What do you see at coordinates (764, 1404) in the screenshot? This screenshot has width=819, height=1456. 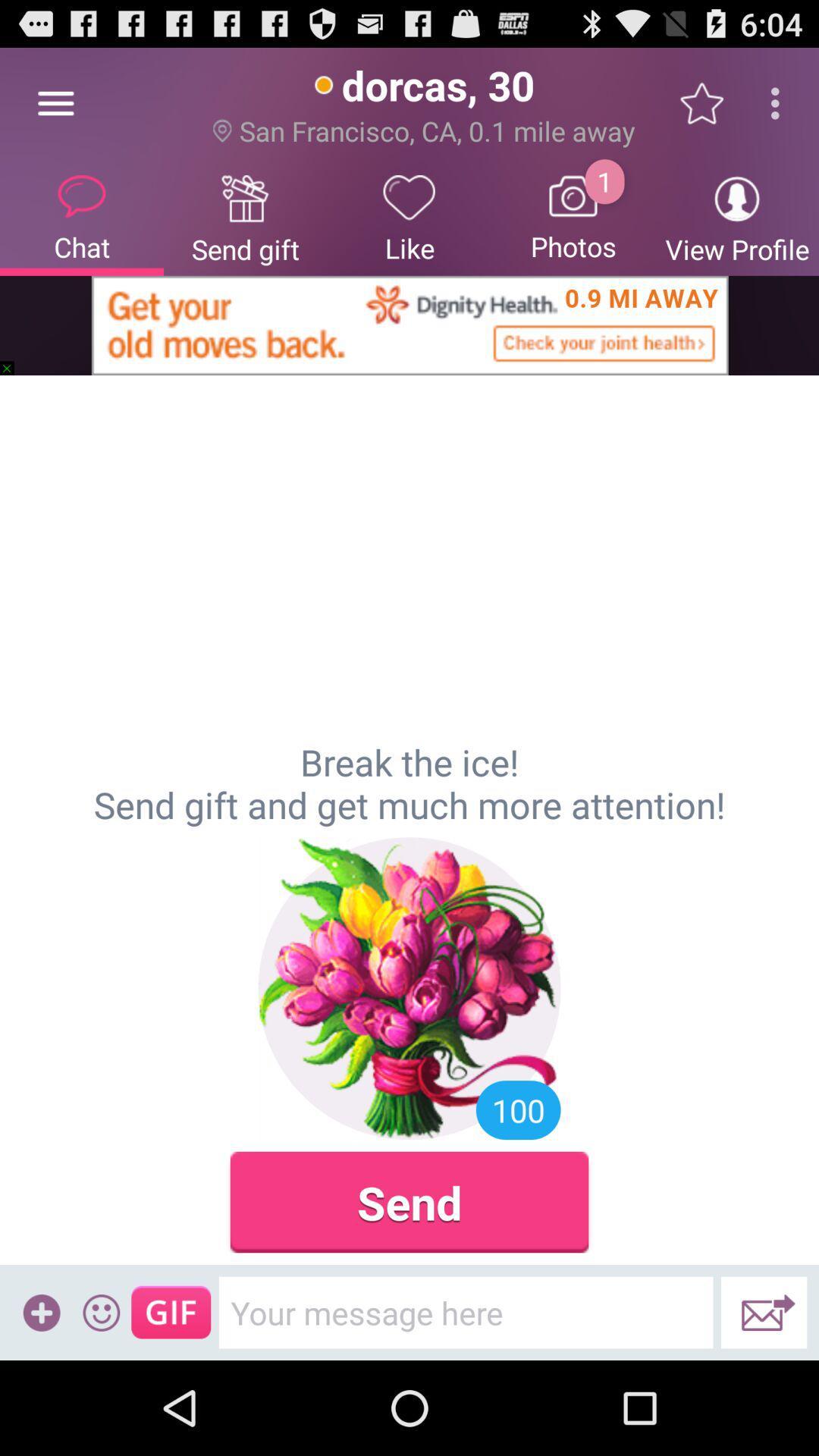 I see `the email icon` at bounding box center [764, 1404].